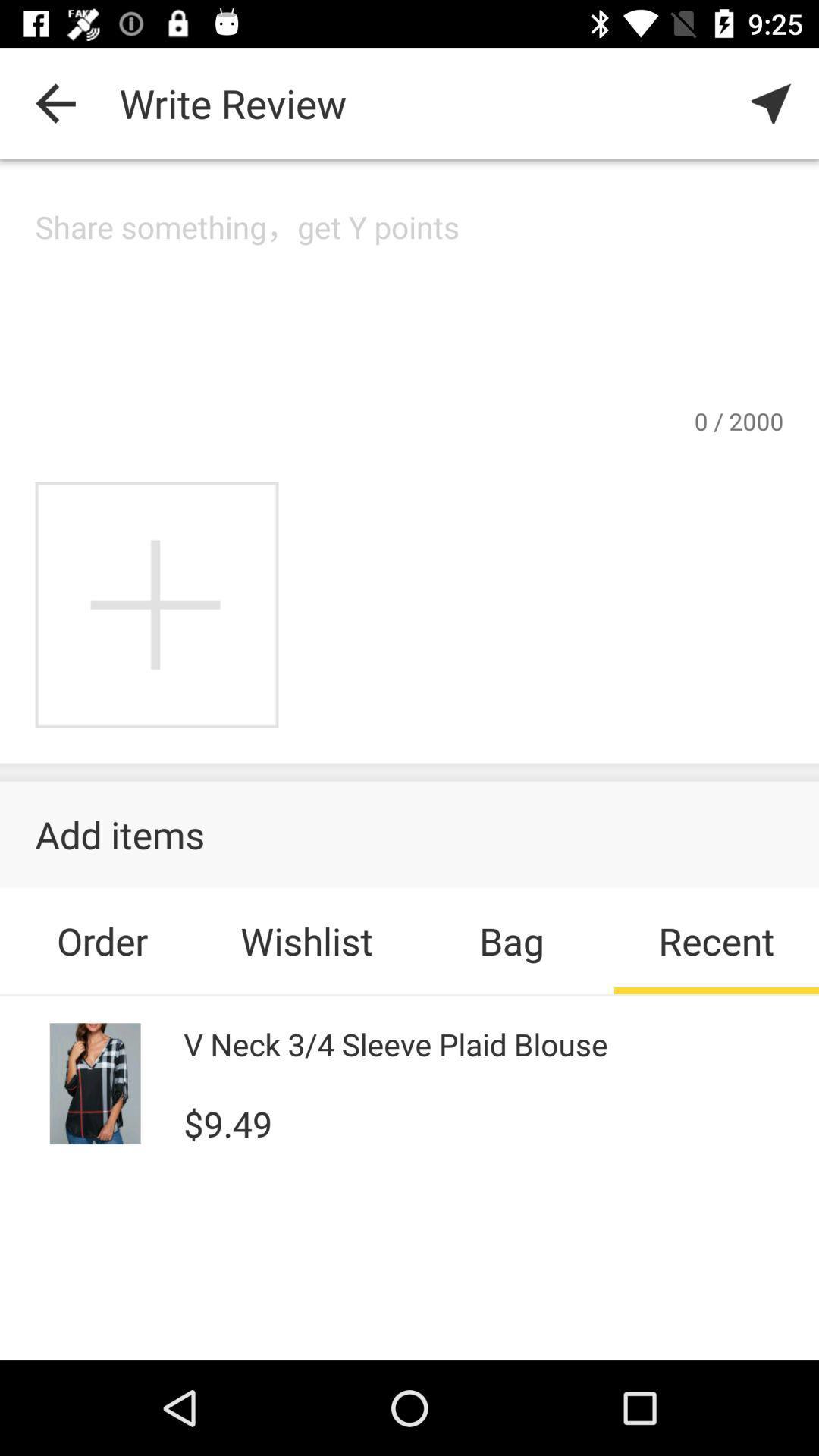 The height and width of the screenshot is (1456, 819). What do you see at coordinates (771, 102) in the screenshot?
I see `the item next to write review item` at bounding box center [771, 102].